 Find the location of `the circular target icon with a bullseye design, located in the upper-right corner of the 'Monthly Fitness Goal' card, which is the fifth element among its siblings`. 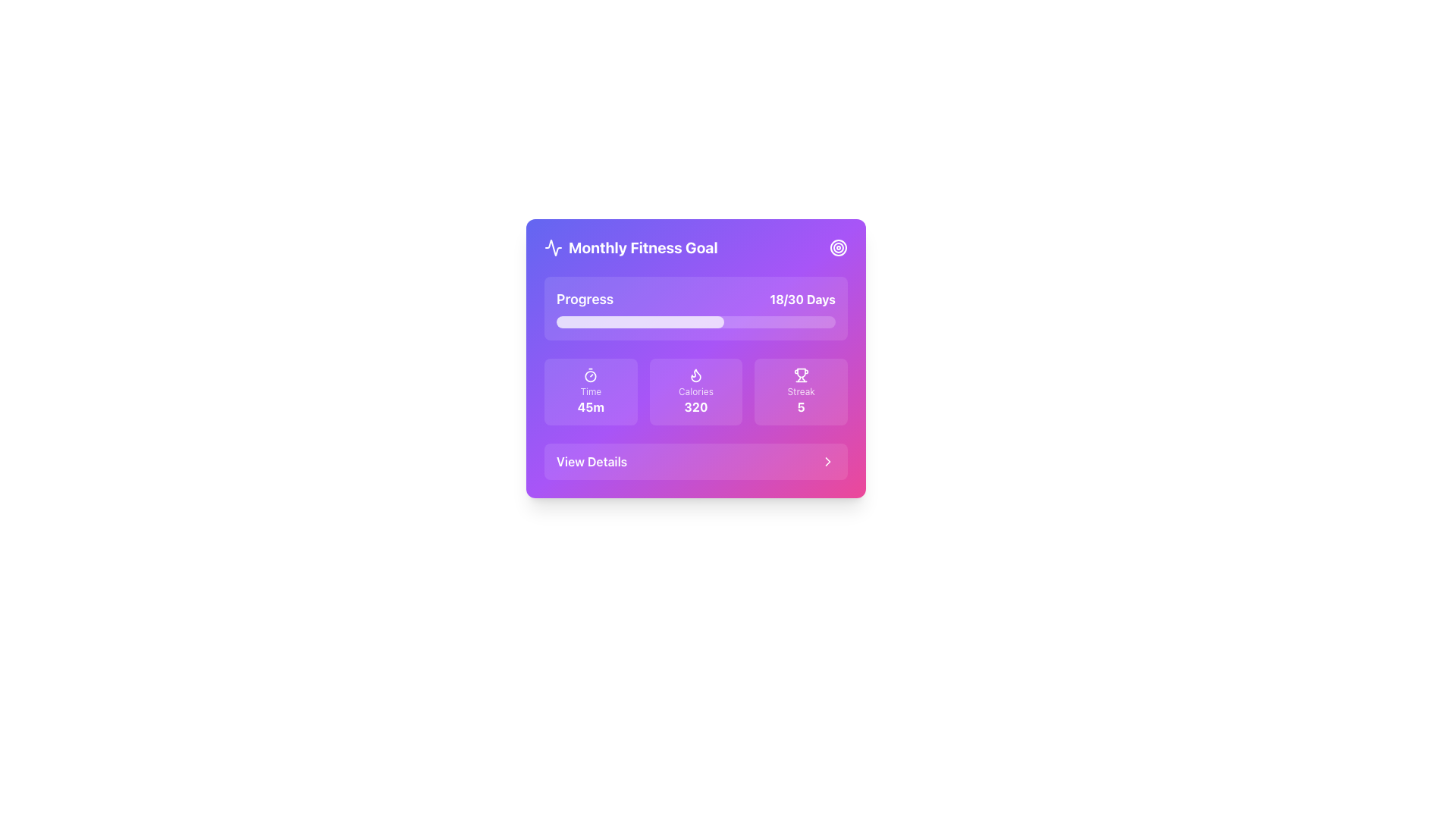

the circular target icon with a bullseye design, located in the upper-right corner of the 'Monthly Fitness Goal' card, which is the fifth element among its siblings is located at coordinates (837, 247).